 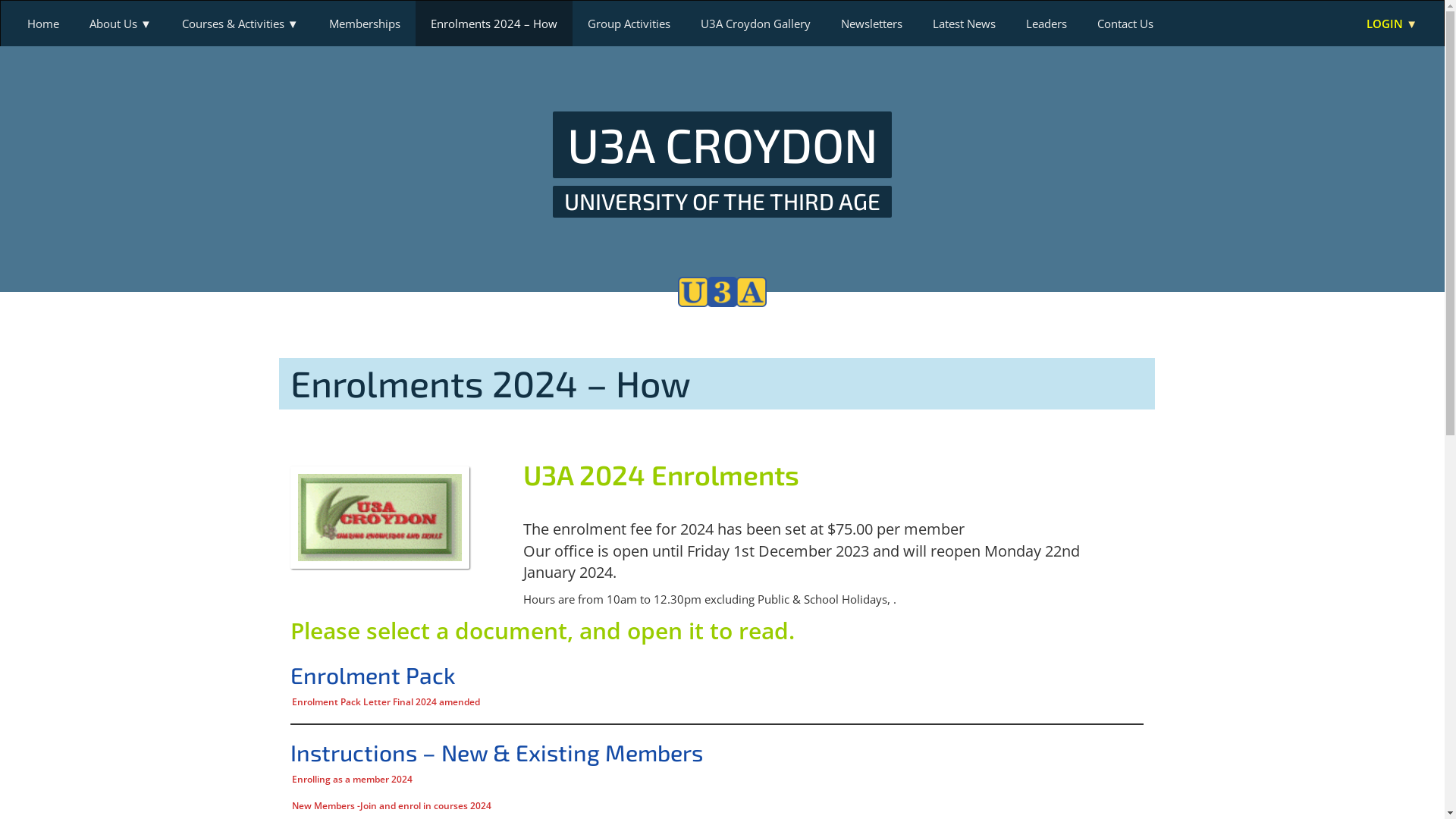 I want to click on 'Contact Us', so click(x=1125, y=23).